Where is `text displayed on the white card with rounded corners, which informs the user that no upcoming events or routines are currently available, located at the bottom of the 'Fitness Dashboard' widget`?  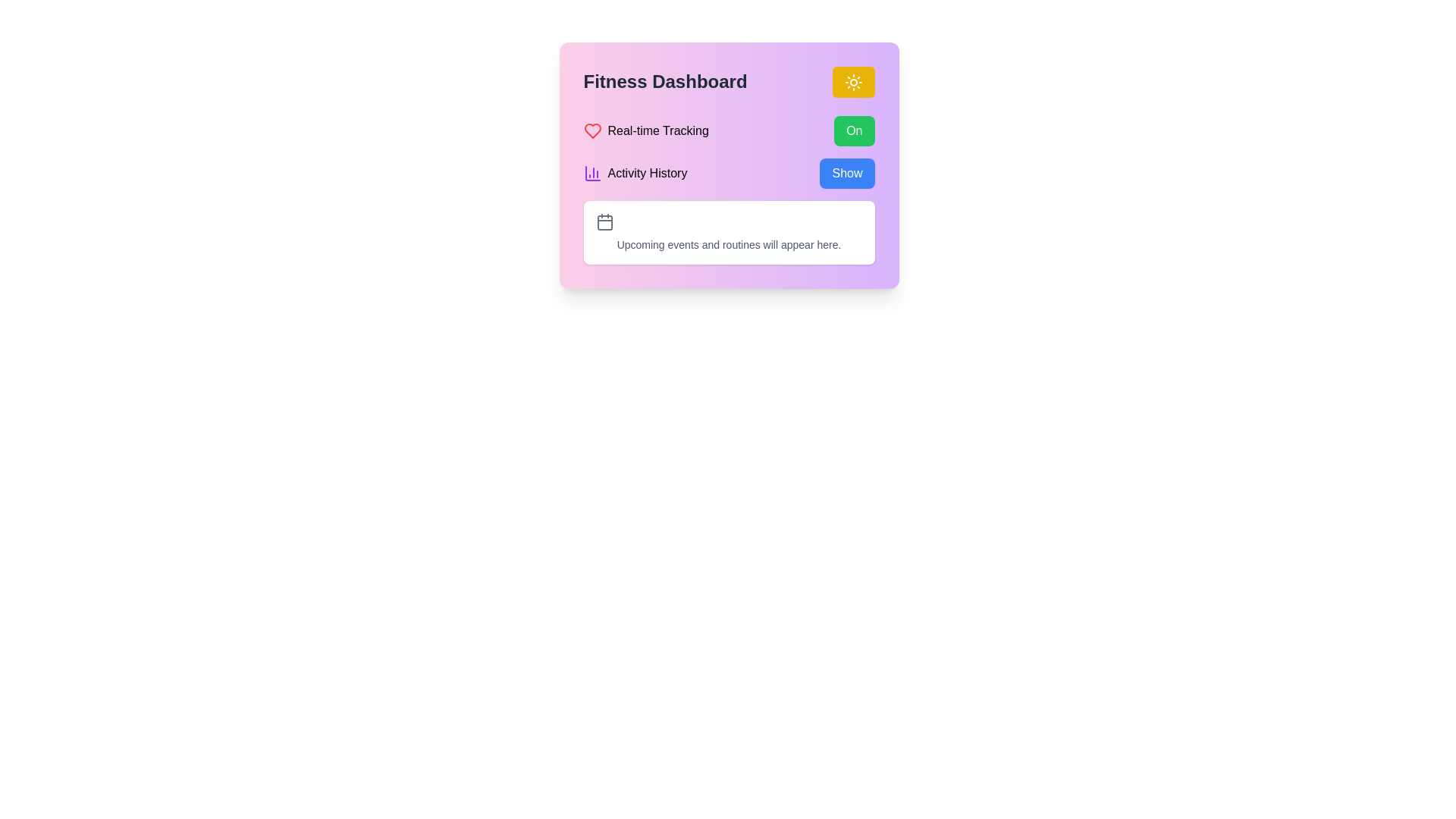
text displayed on the white card with rounded corners, which informs the user that no upcoming events or routines are currently available, located at the bottom of the 'Fitness Dashboard' widget is located at coordinates (729, 243).